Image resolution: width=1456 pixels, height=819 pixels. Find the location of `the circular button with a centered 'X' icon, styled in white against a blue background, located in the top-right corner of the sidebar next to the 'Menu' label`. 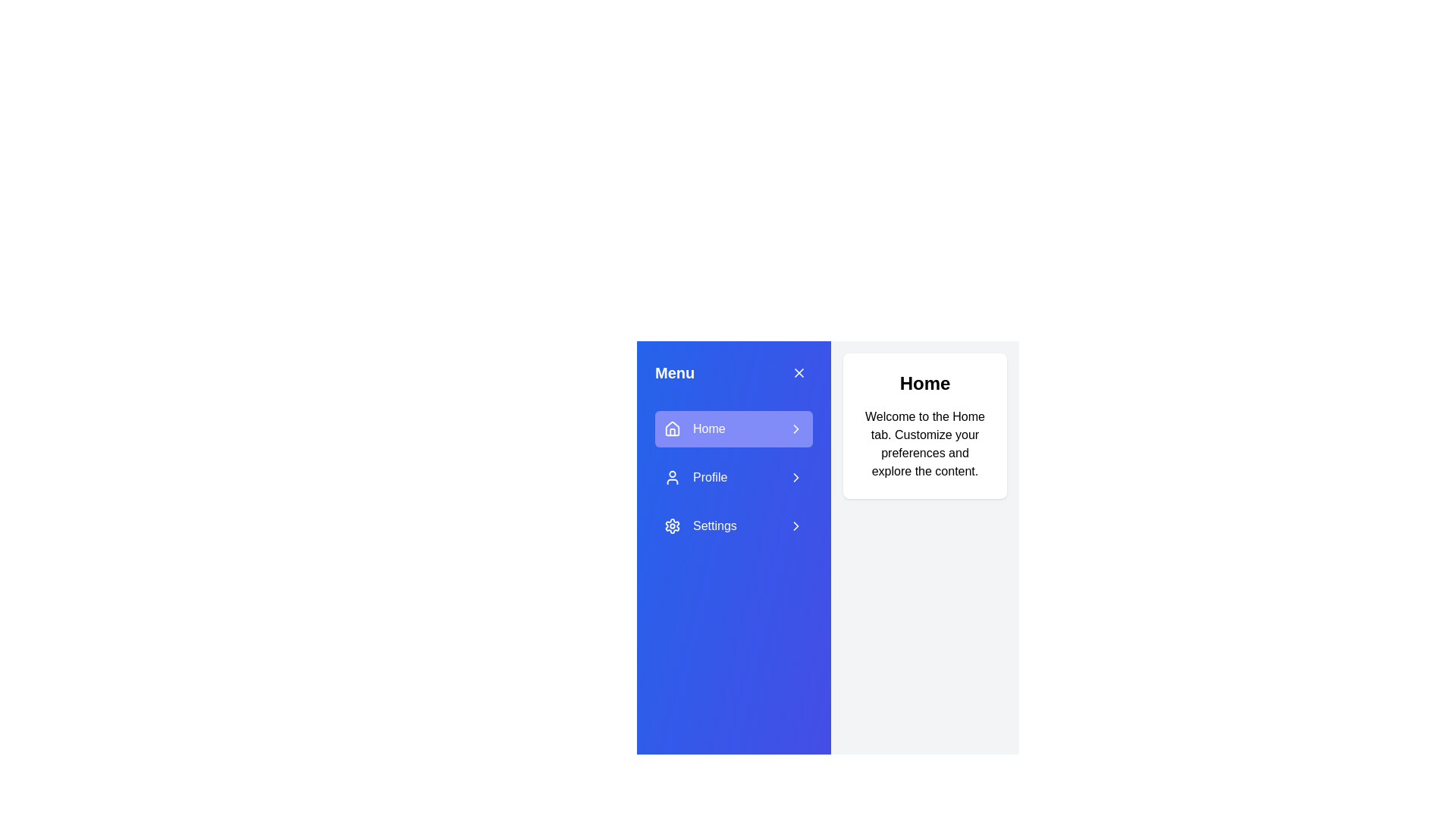

the circular button with a centered 'X' icon, styled in white against a blue background, located in the top-right corner of the sidebar next to the 'Menu' label is located at coordinates (799, 373).